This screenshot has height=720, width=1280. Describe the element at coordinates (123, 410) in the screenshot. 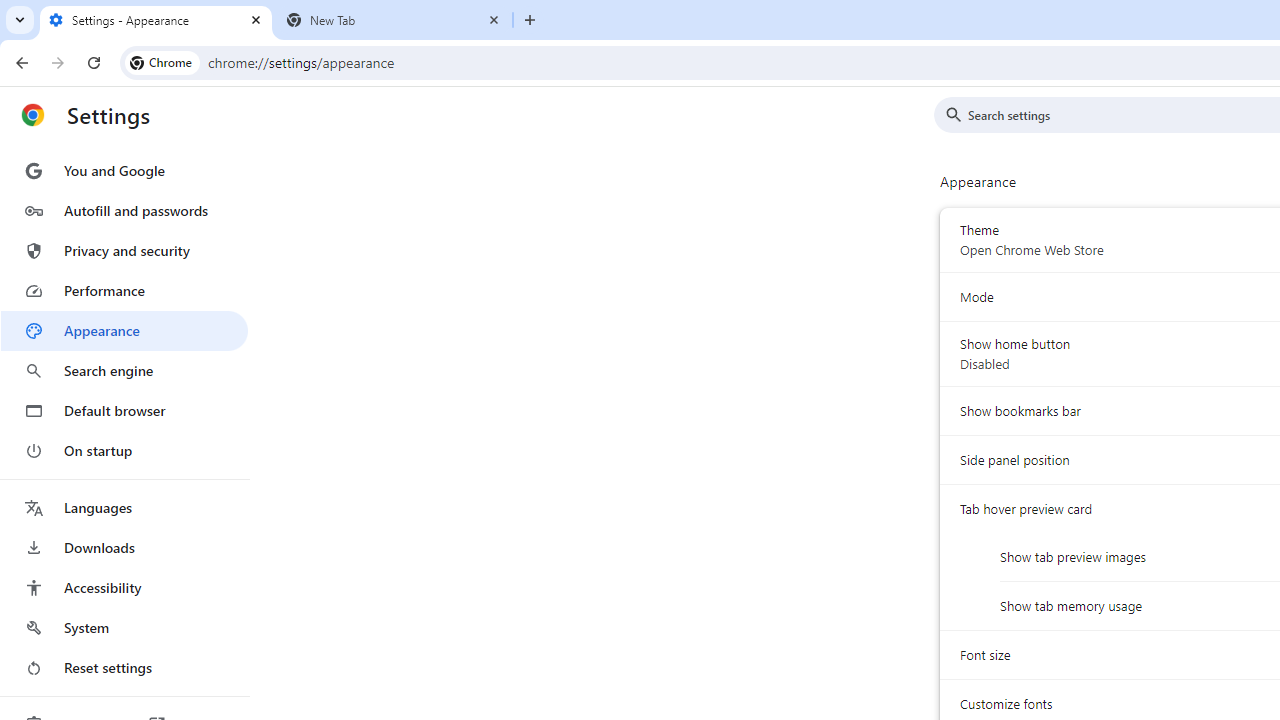

I see `'Default browser'` at that location.